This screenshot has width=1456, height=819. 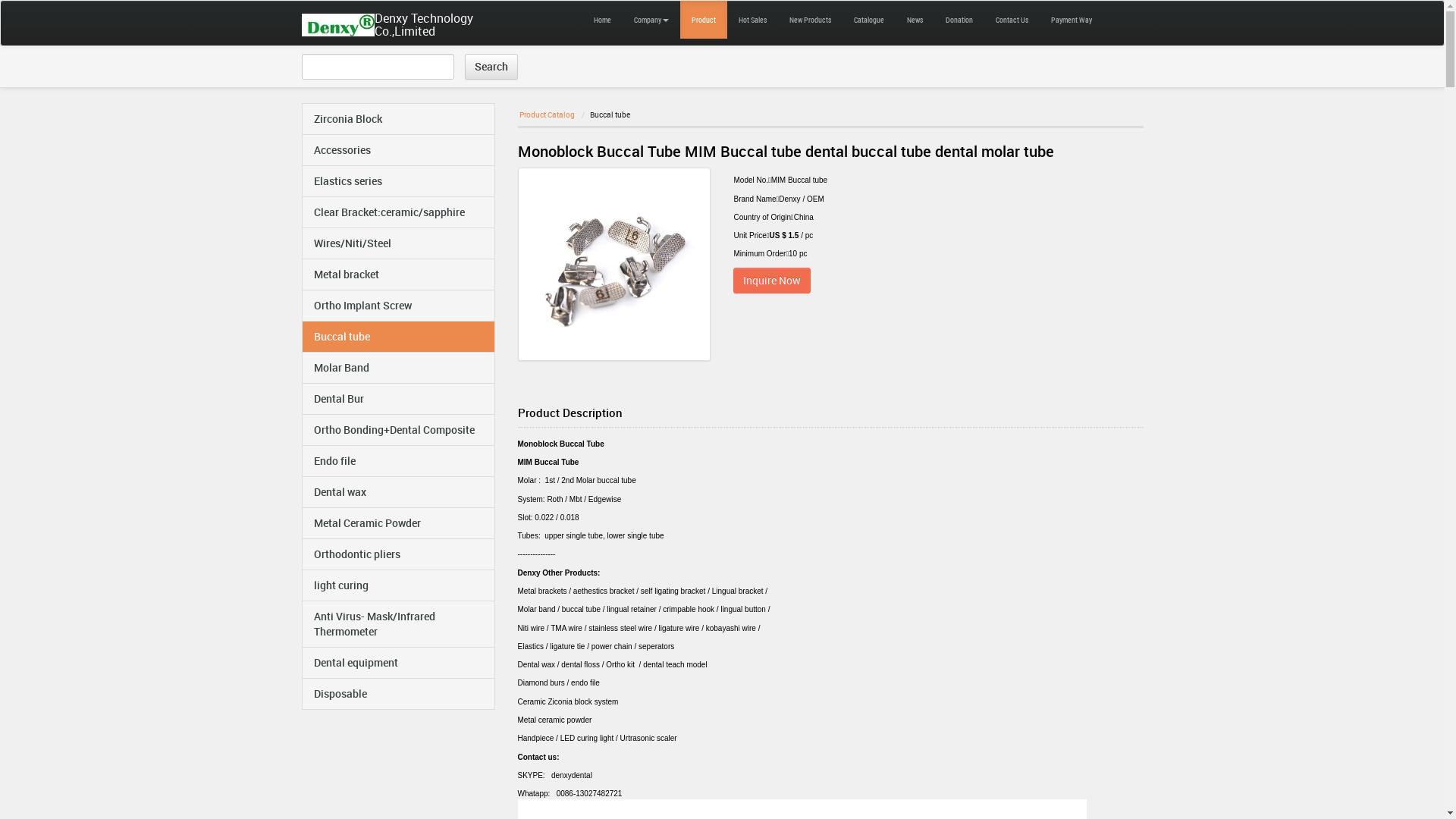 What do you see at coordinates (302, 368) in the screenshot?
I see `'Molar Band'` at bounding box center [302, 368].